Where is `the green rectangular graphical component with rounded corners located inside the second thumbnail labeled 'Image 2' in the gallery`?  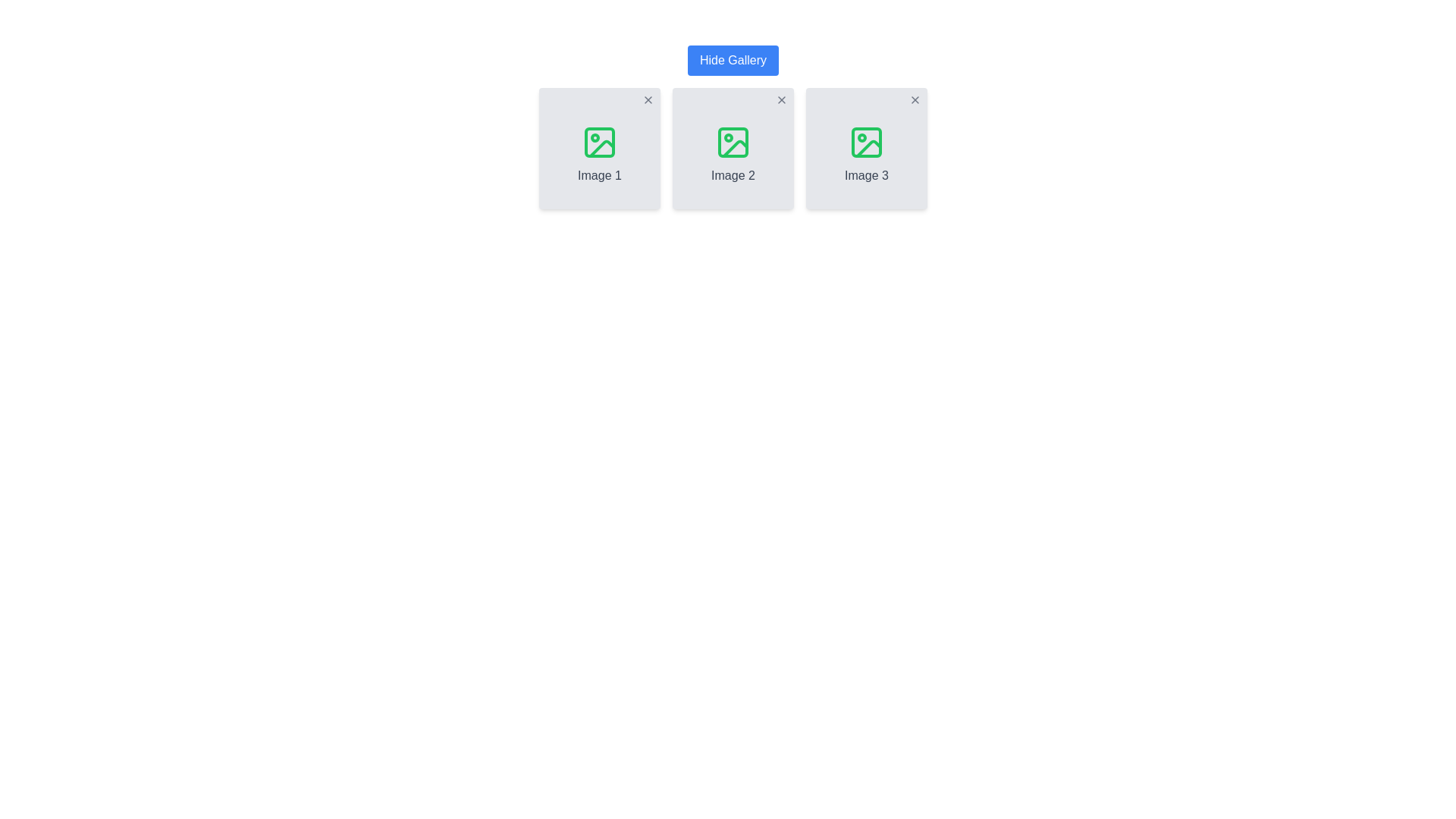 the green rectangular graphical component with rounded corners located inside the second thumbnail labeled 'Image 2' in the gallery is located at coordinates (733, 143).